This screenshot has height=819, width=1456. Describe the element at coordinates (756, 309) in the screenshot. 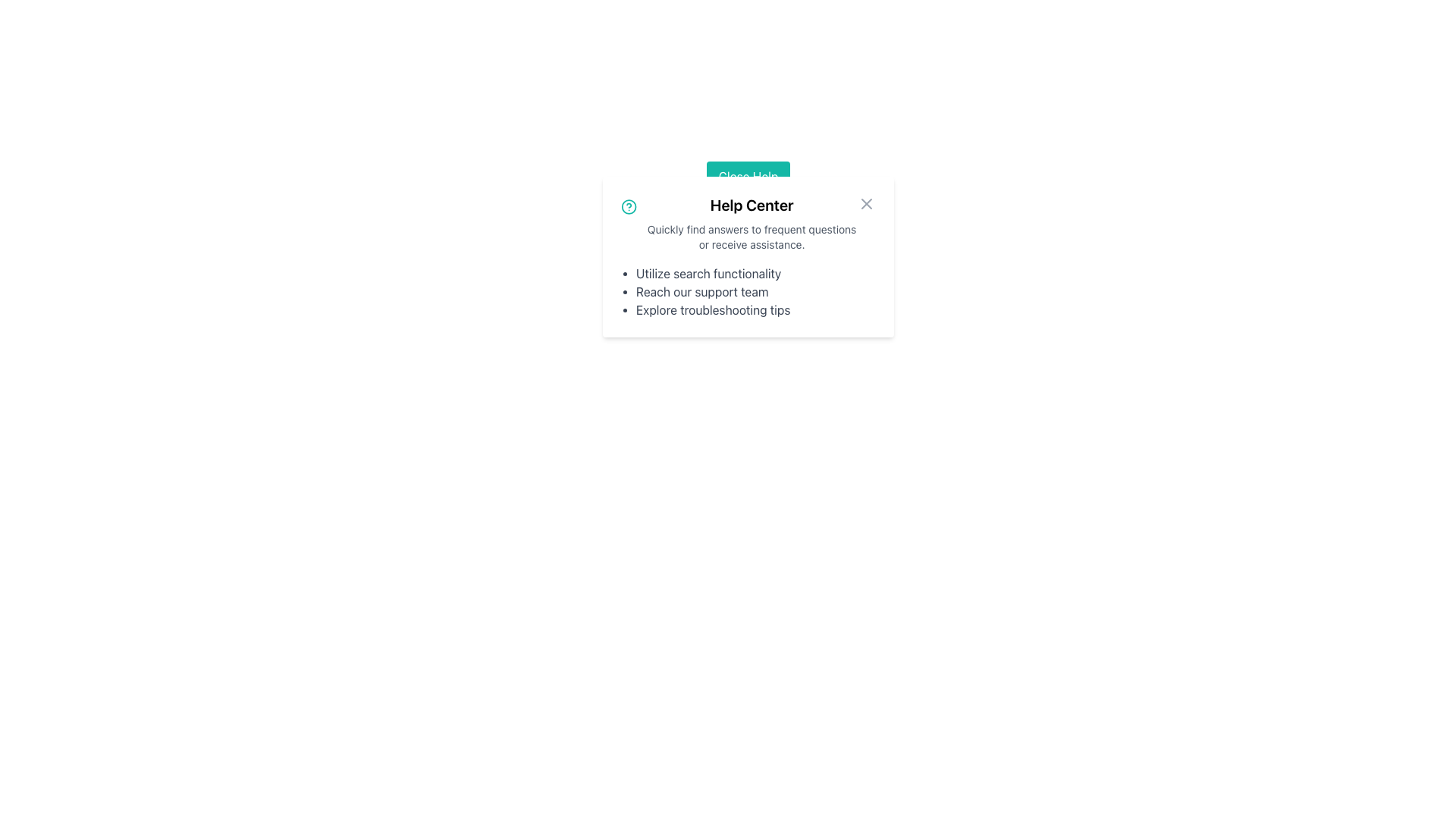

I see `the text block displaying 'Explore troubleshooting tips' in gray color, which is the third item in a bulleted list within a help center popup` at that location.